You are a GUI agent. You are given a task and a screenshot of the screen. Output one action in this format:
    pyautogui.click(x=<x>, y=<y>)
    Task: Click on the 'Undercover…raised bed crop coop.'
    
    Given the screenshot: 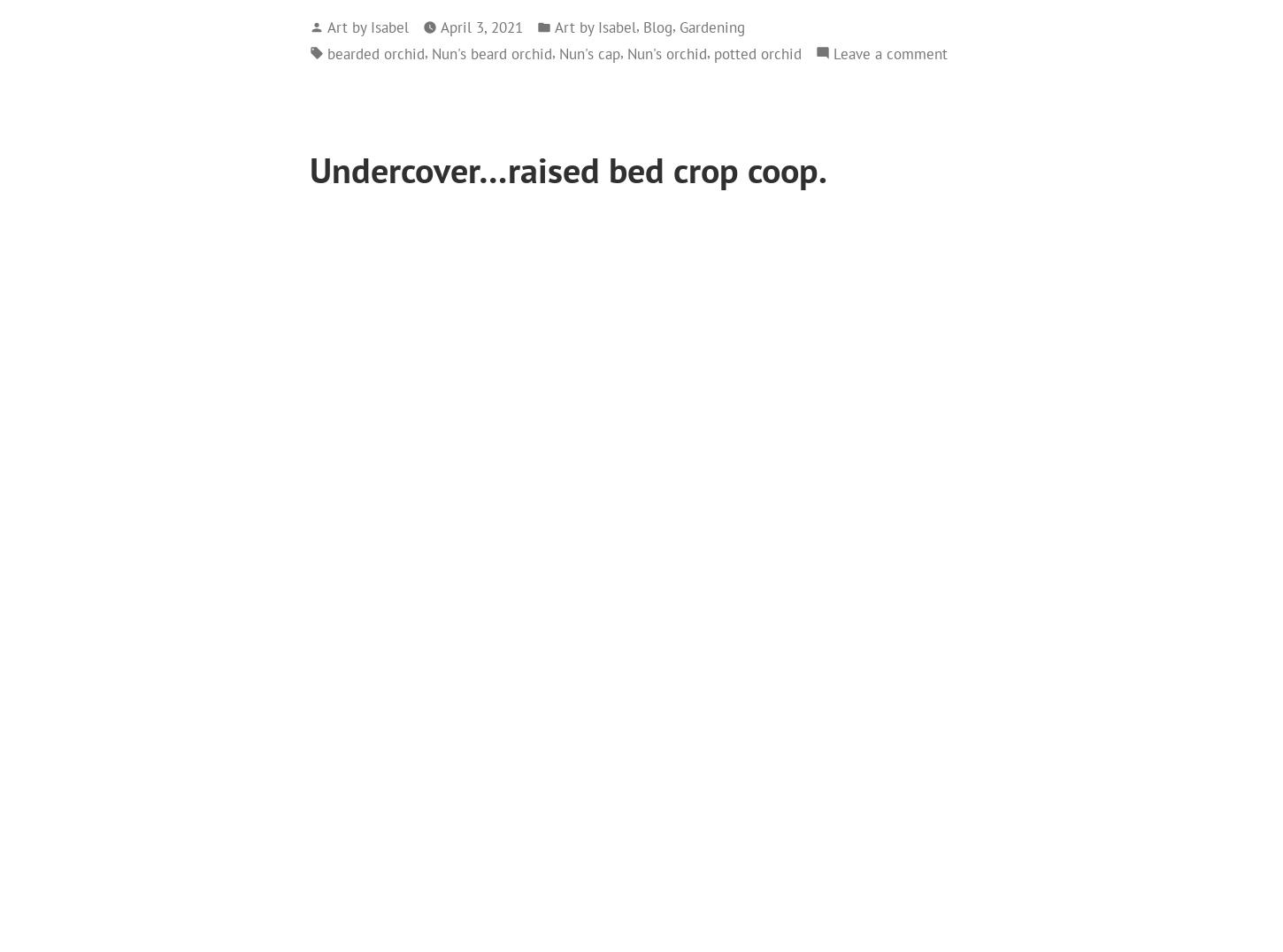 What is the action you would take?
    pyautogui.click(x=567, y=168)
    